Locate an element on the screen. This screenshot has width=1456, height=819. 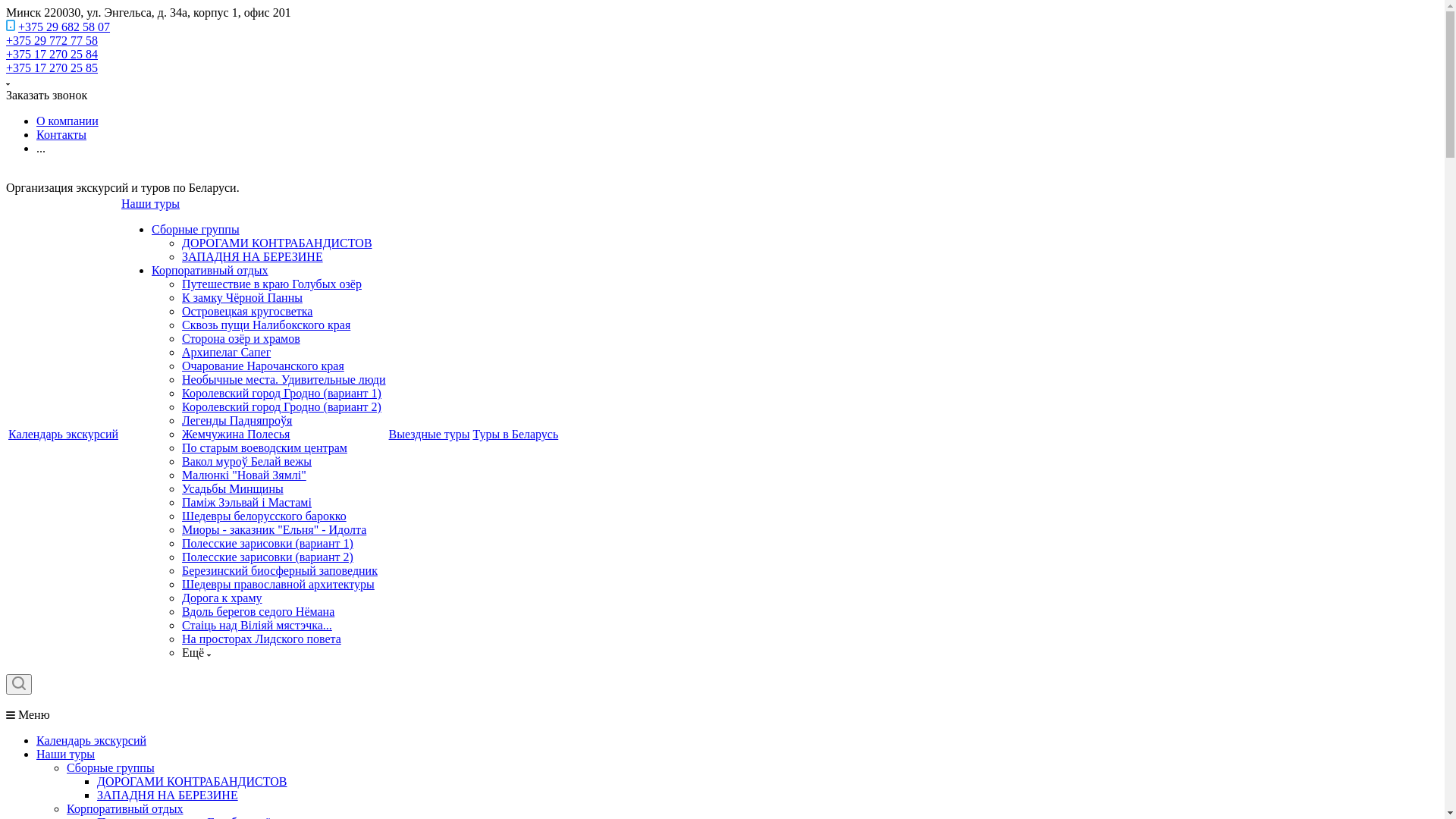
'+375 17 270 25 84' is located at coordinates (6, 53).